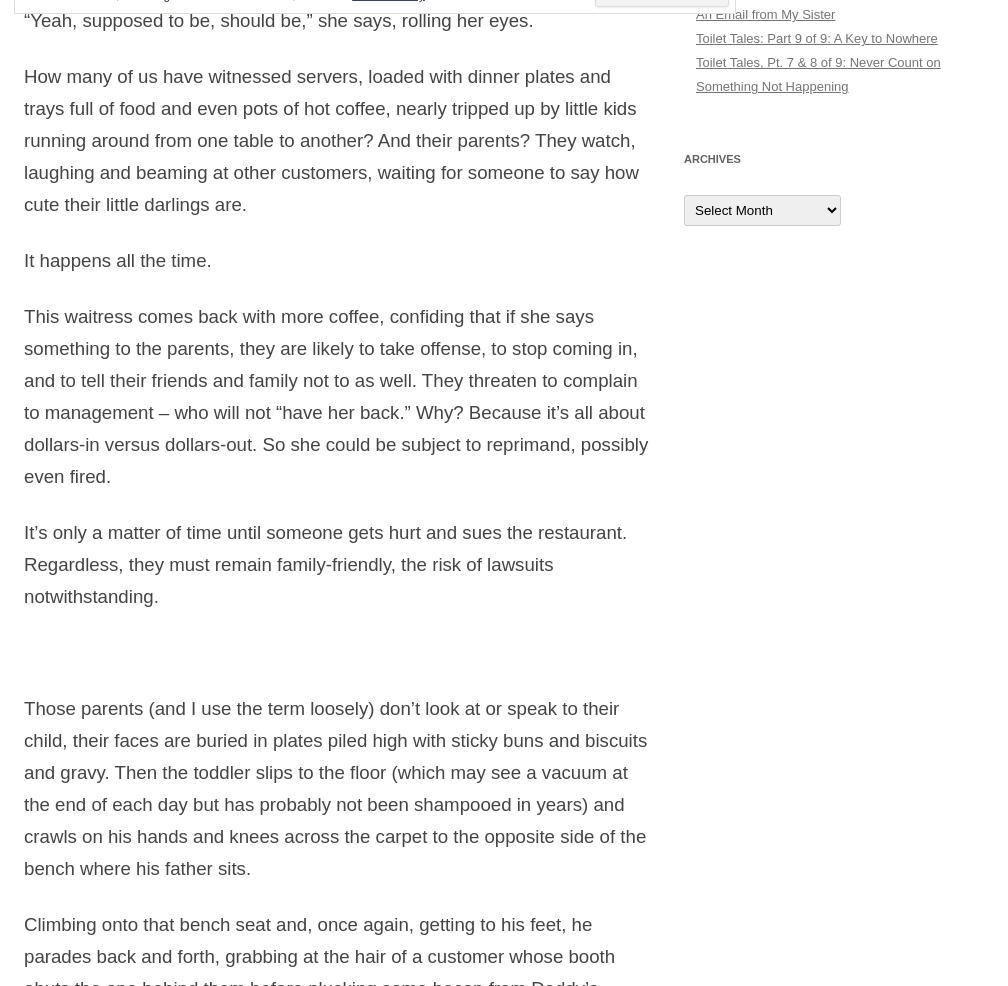 This screenshot has height=986, width=1008. What do you see at coordinates (335, 788) in the screenshot?
I see `'Those parents (and I use the term loosely) don’t look at or speak to their child, their faces are buried in plates piled high with sticky buns and biscuits and gravy. Then the toddler slips to the floor (which may see a vacuum at the end of each day but has probably not been shampooed in years) and crawls on his hands and knees across the carpet to the opposite side of the bench where his father sits.'` at bounding box center [335, 788].